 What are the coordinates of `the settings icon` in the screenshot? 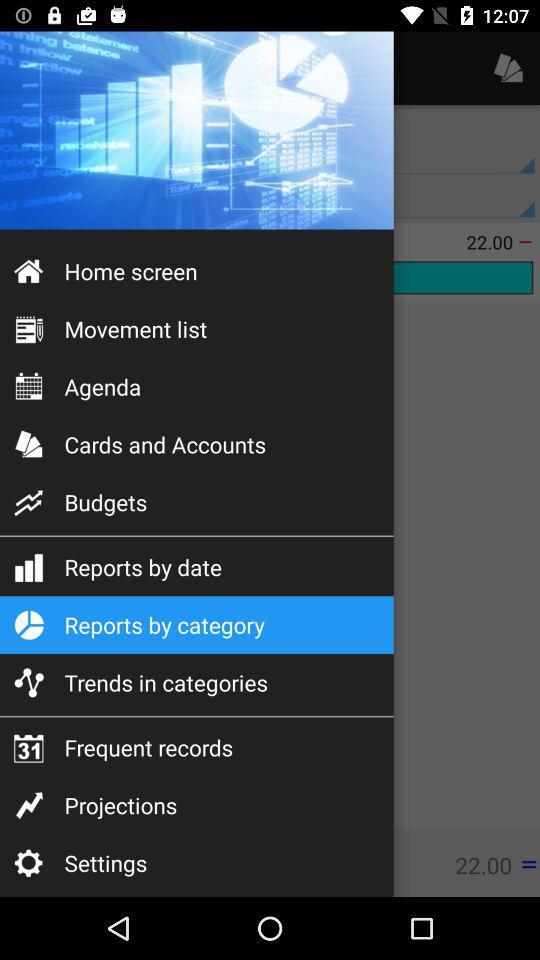 It's located at (33, 861).